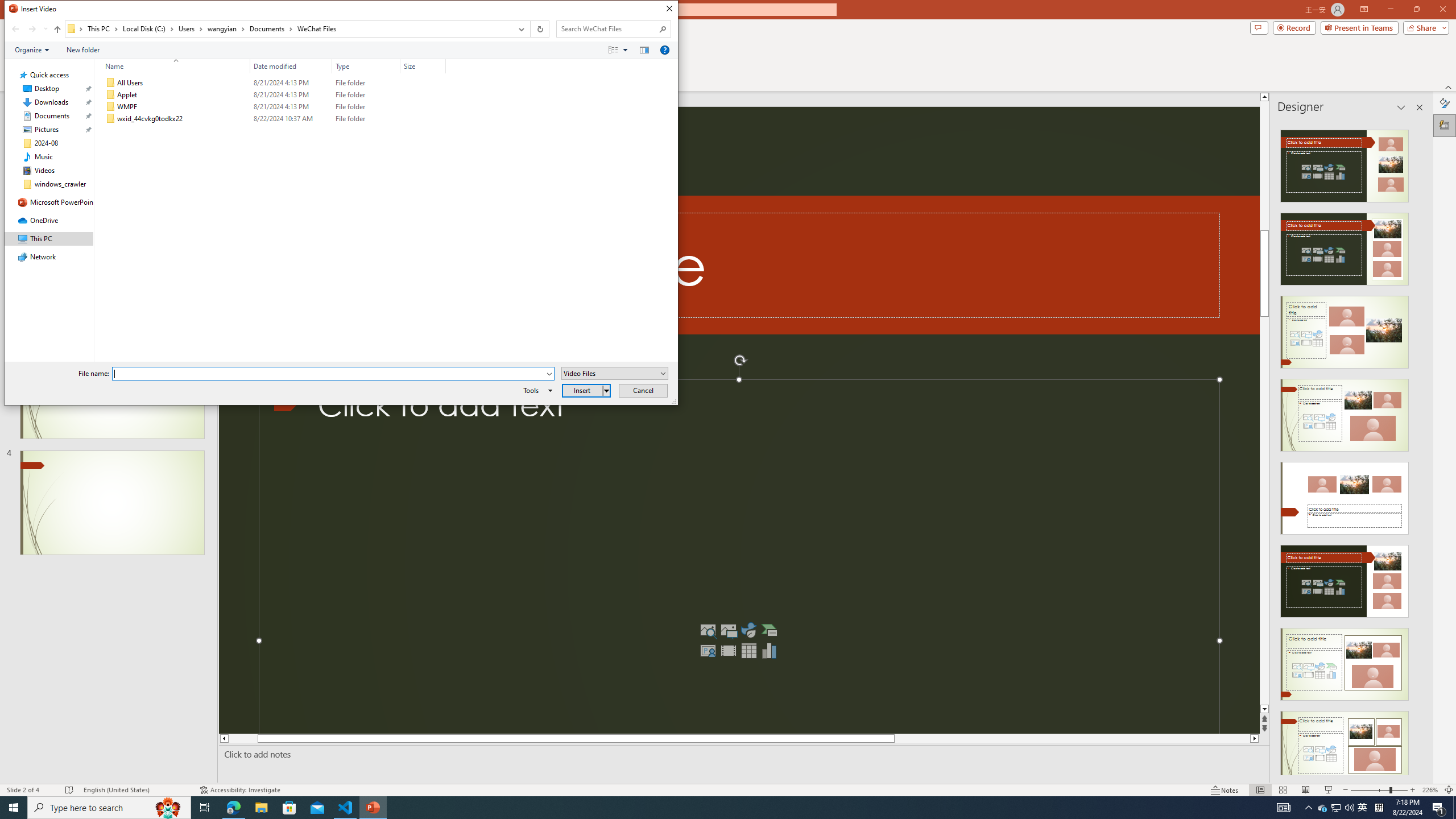 The height and width of the screenshot is (819, 1456). Describe the element at coordinates (769, 630) in the screenshot. I see `'Insert a SmartArt Graphic'` at that location.